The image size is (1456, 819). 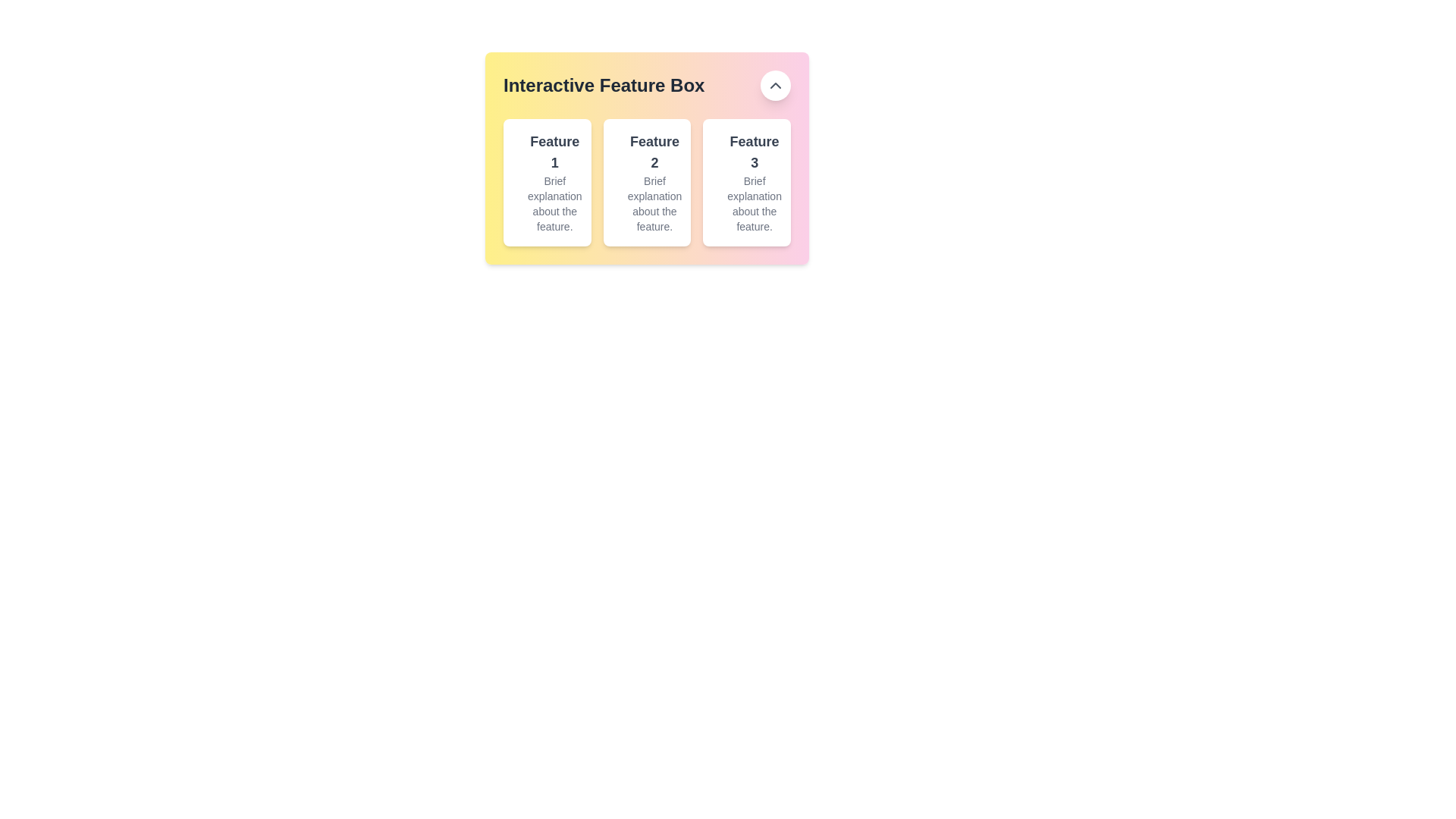 I want to click on the upward action icon located at the top-right corner of the 'Interactive Feature Box', so click(x=775, y=85).